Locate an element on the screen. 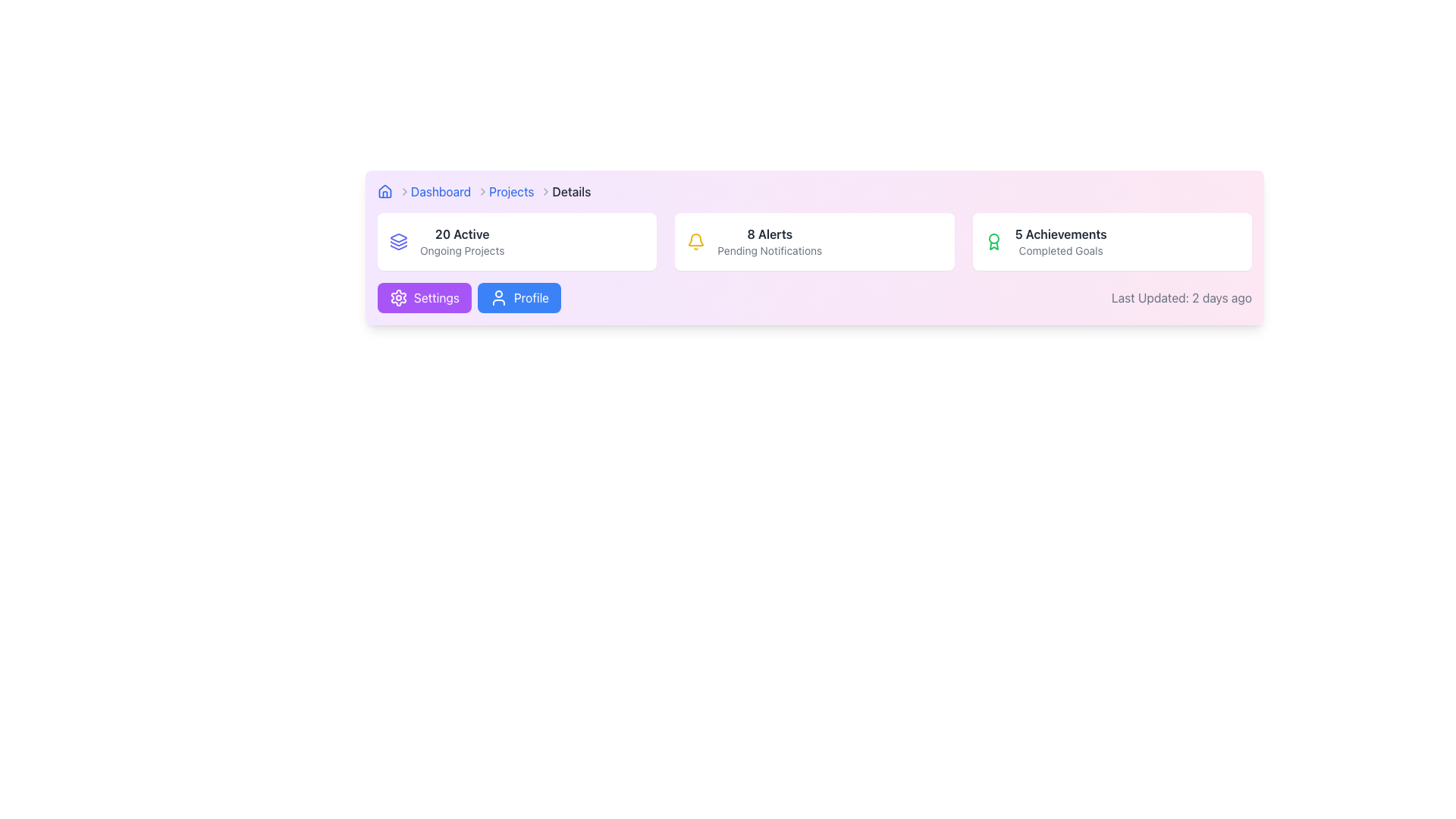 This screenshot has height=819, width=1456. the Hyperlink text that directs users to the 'Dashboard' section in the breadcrumb navigation interface is located at coordinates (440, 191).